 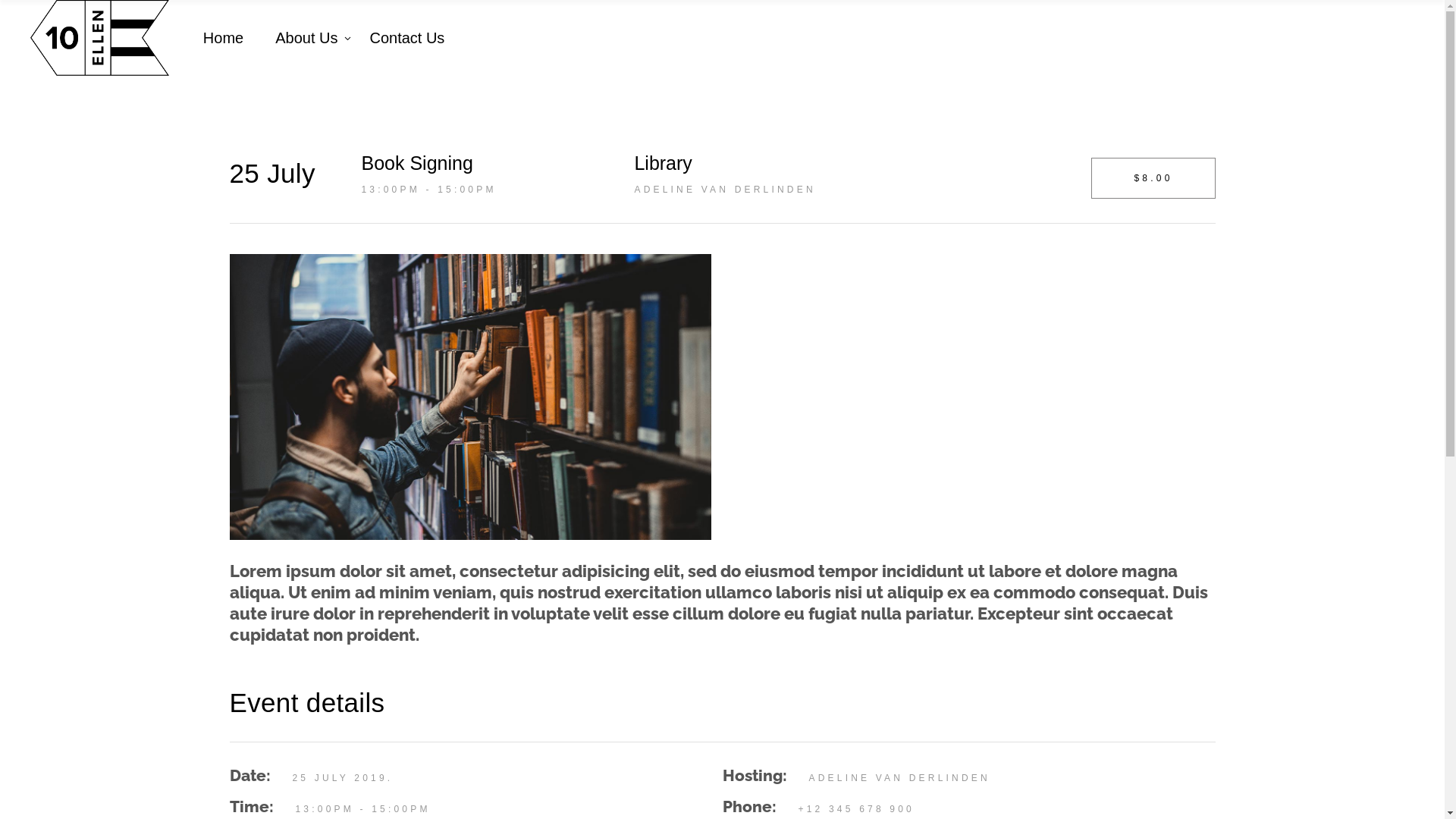 What do you see at coordinates (855, 808) in the screenshot?
I see `'+12 345 678 900'` at bounding box center [855, 808].